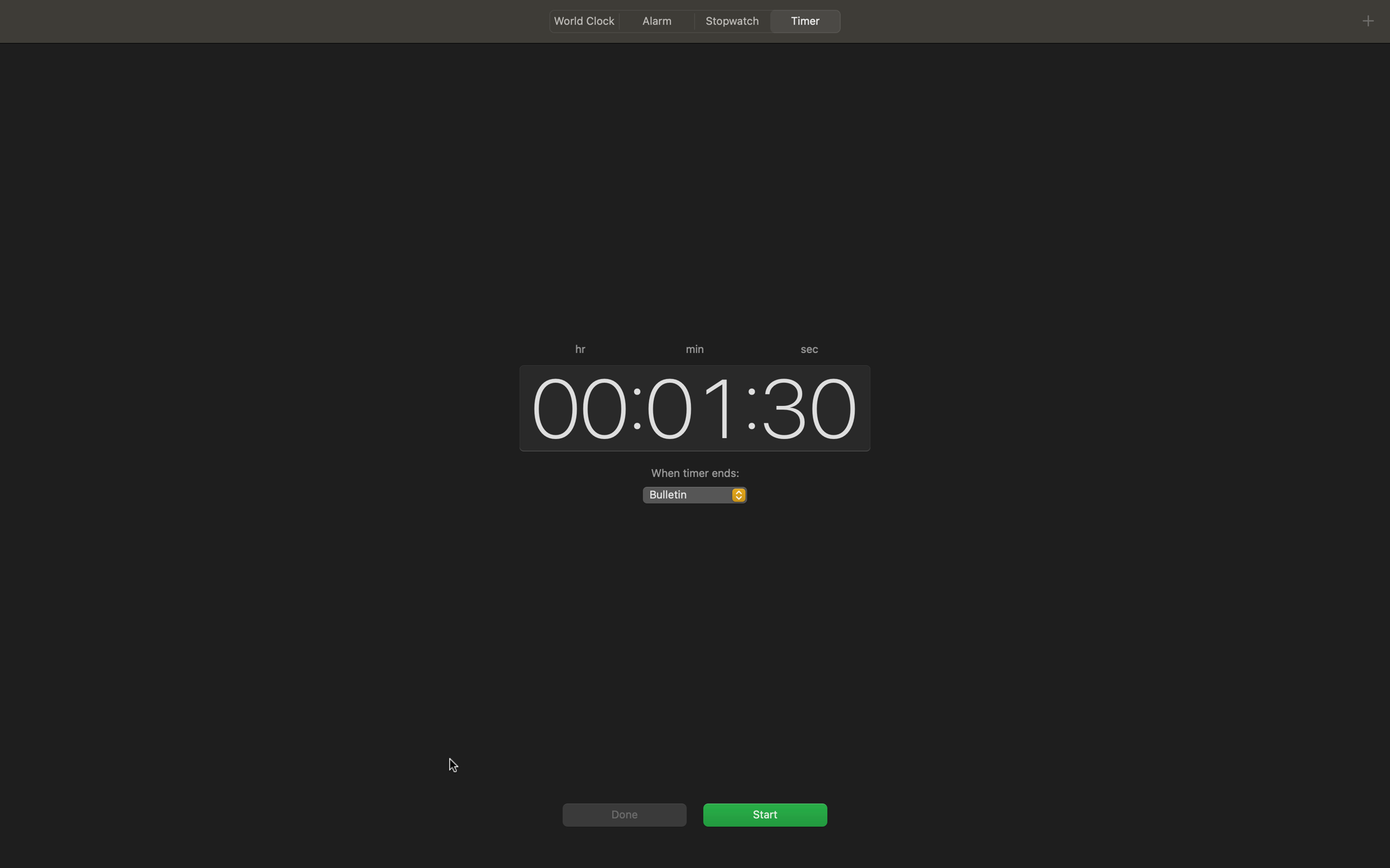 The image size is (1390, 868). I want to click on the clock"s seconds component to 59, so click(810, 405).